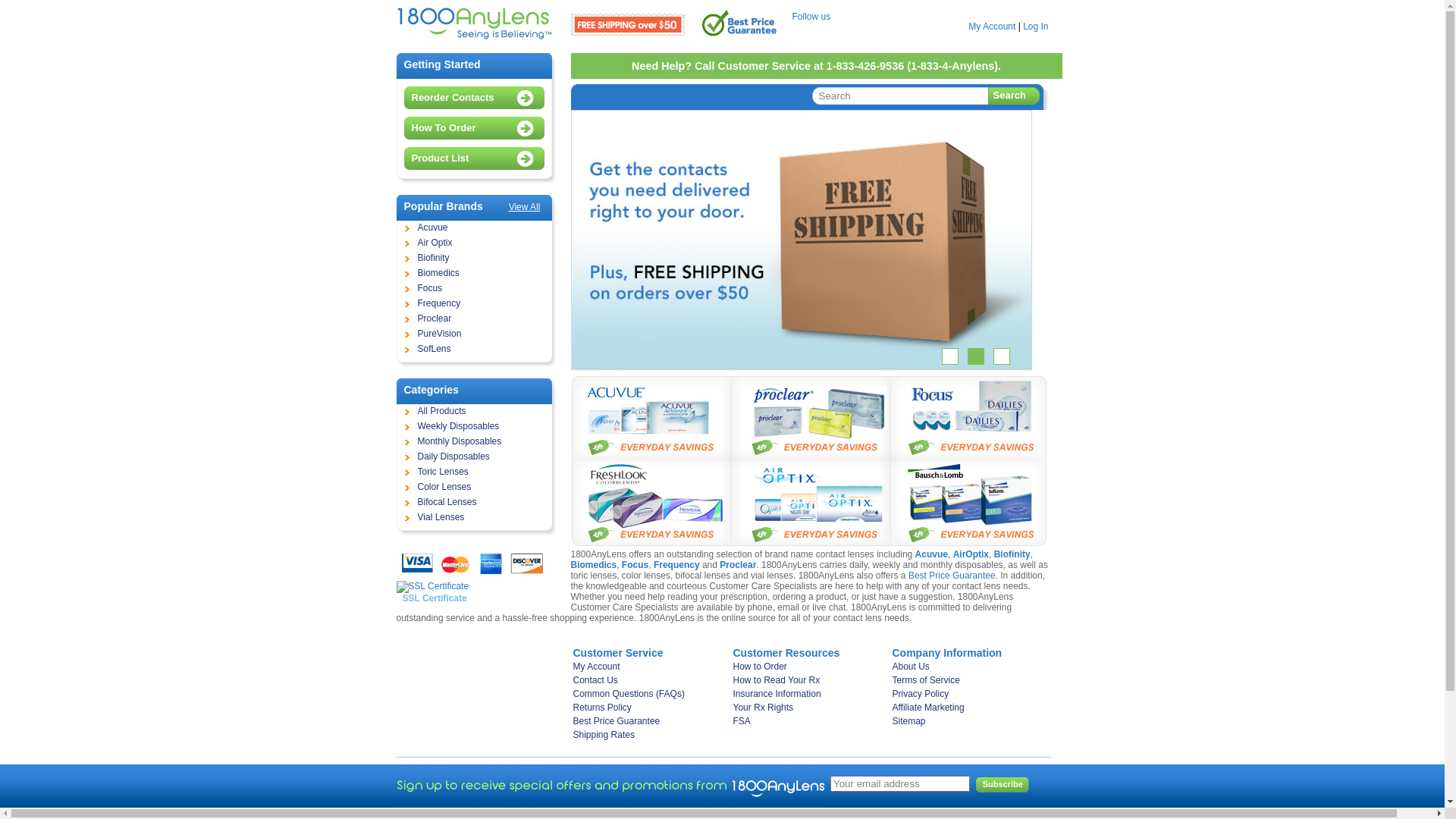 This screenshot has height=819, width=1456. Describe the element at coordinates (951, 576) in the screenshot. I see `'Best Price Guarantee'` at that location.